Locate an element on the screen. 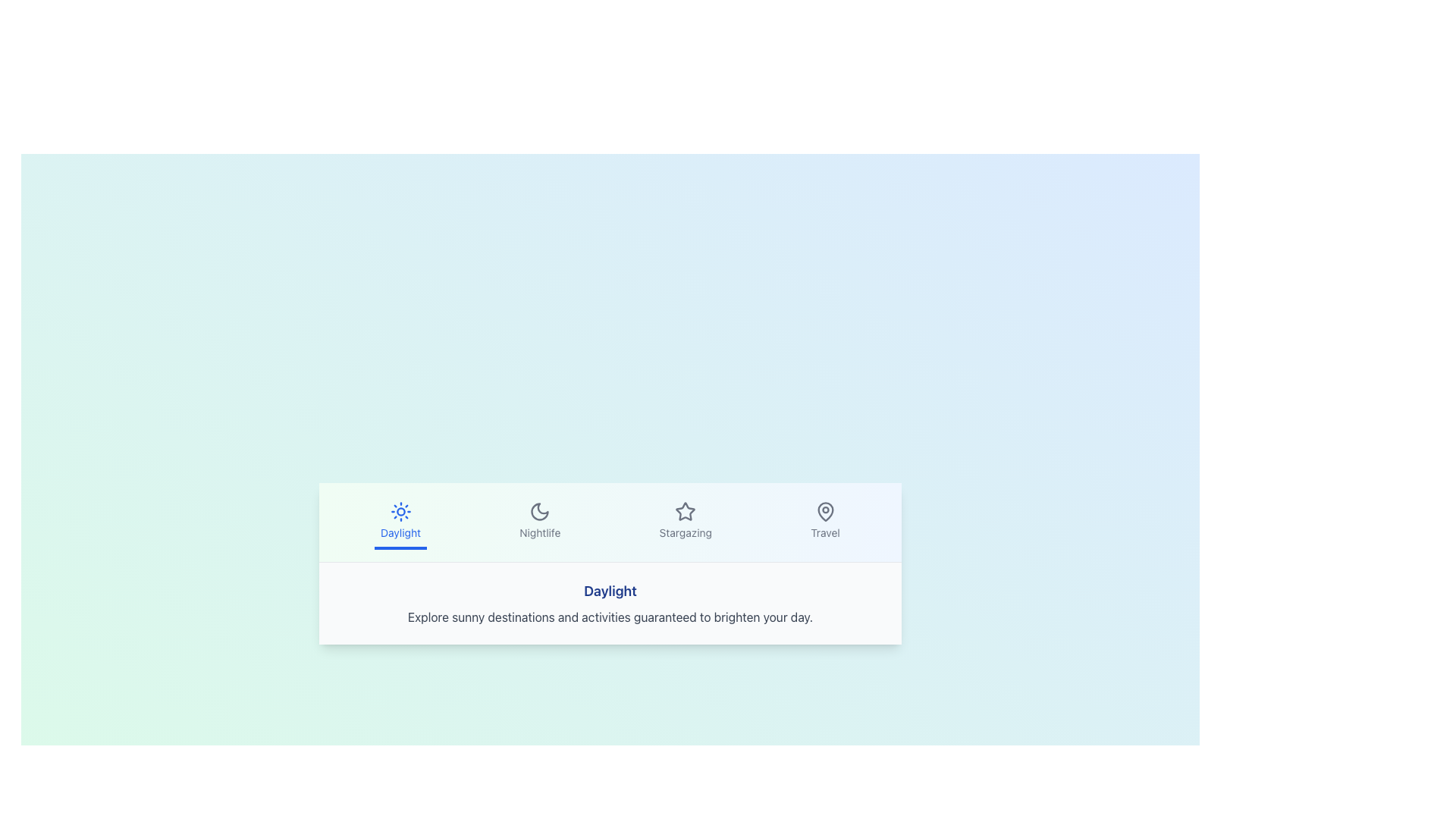 This screenshot has width=1456, height=819. the crescent moon icon located in the second position from the left in the bottom center navigation bar is located at coordinates (540, 511).